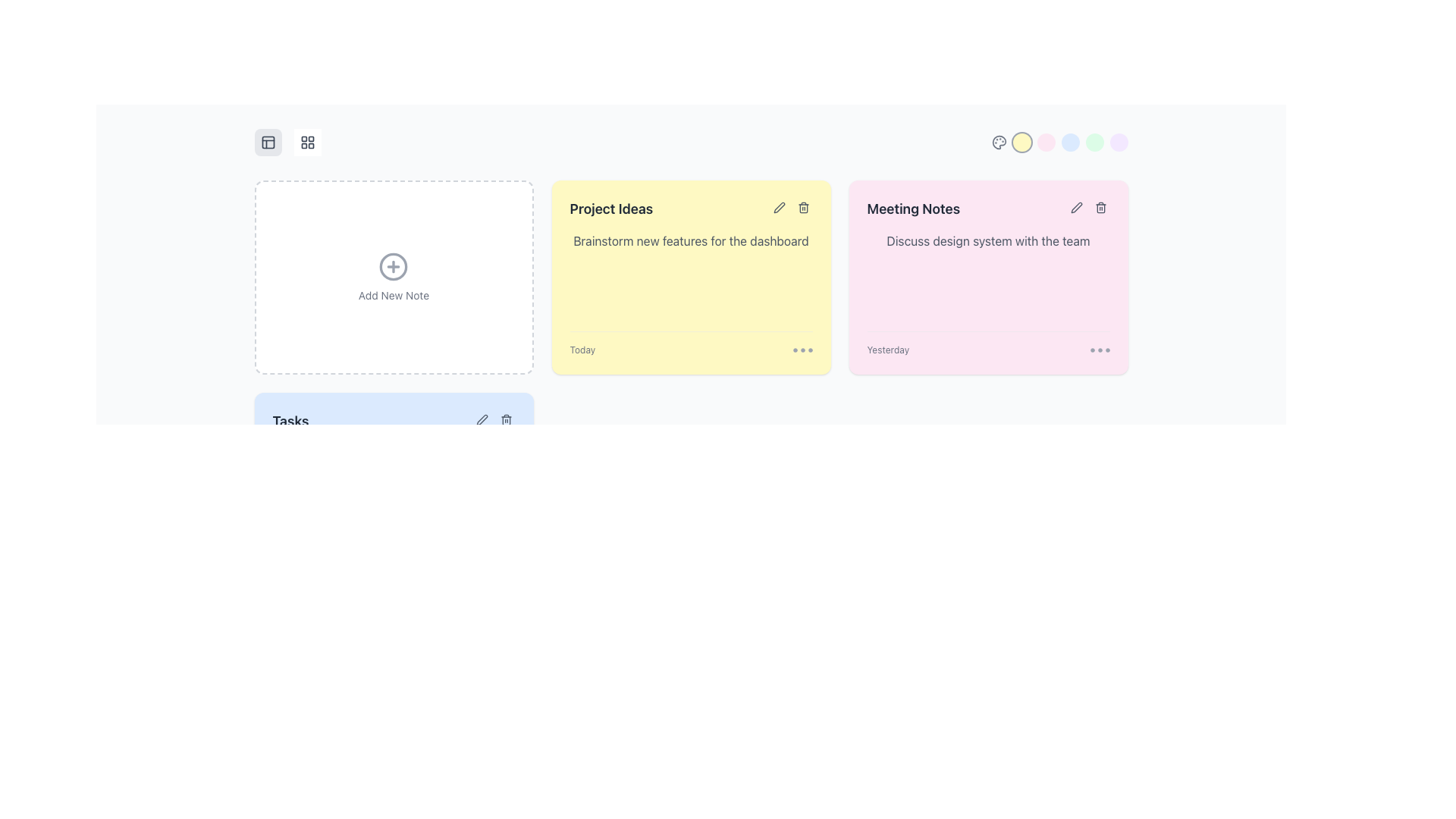  What do you see at coordinates (779, 207) in the screenshot?
I see `the pen icon in the upper-right corner of the 'Project Ideas' card` at bounding box center [779, 207].